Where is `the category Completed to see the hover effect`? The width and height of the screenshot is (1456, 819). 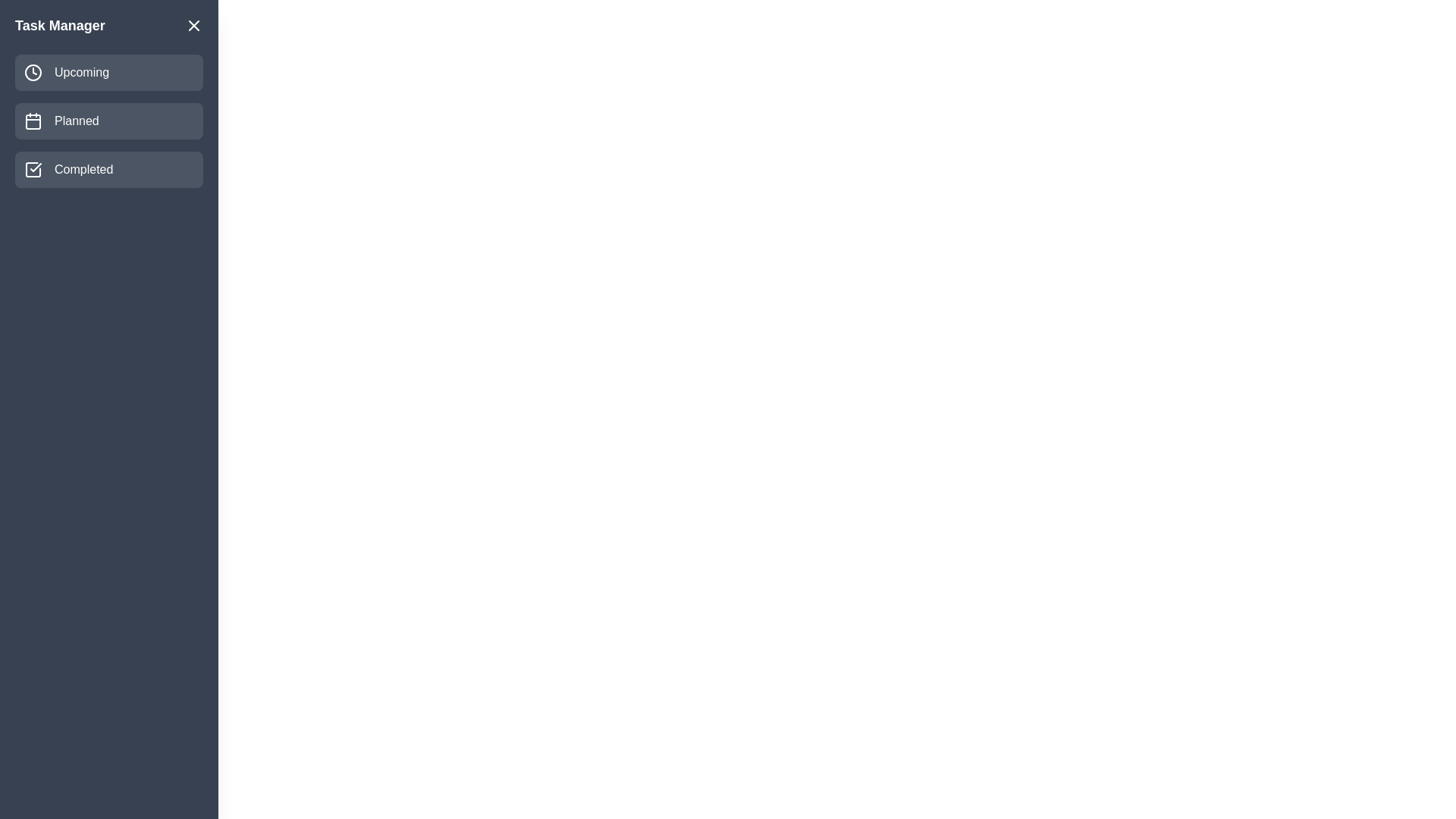 the category Completed to see the hover effect is located at coordinates (108, 169).